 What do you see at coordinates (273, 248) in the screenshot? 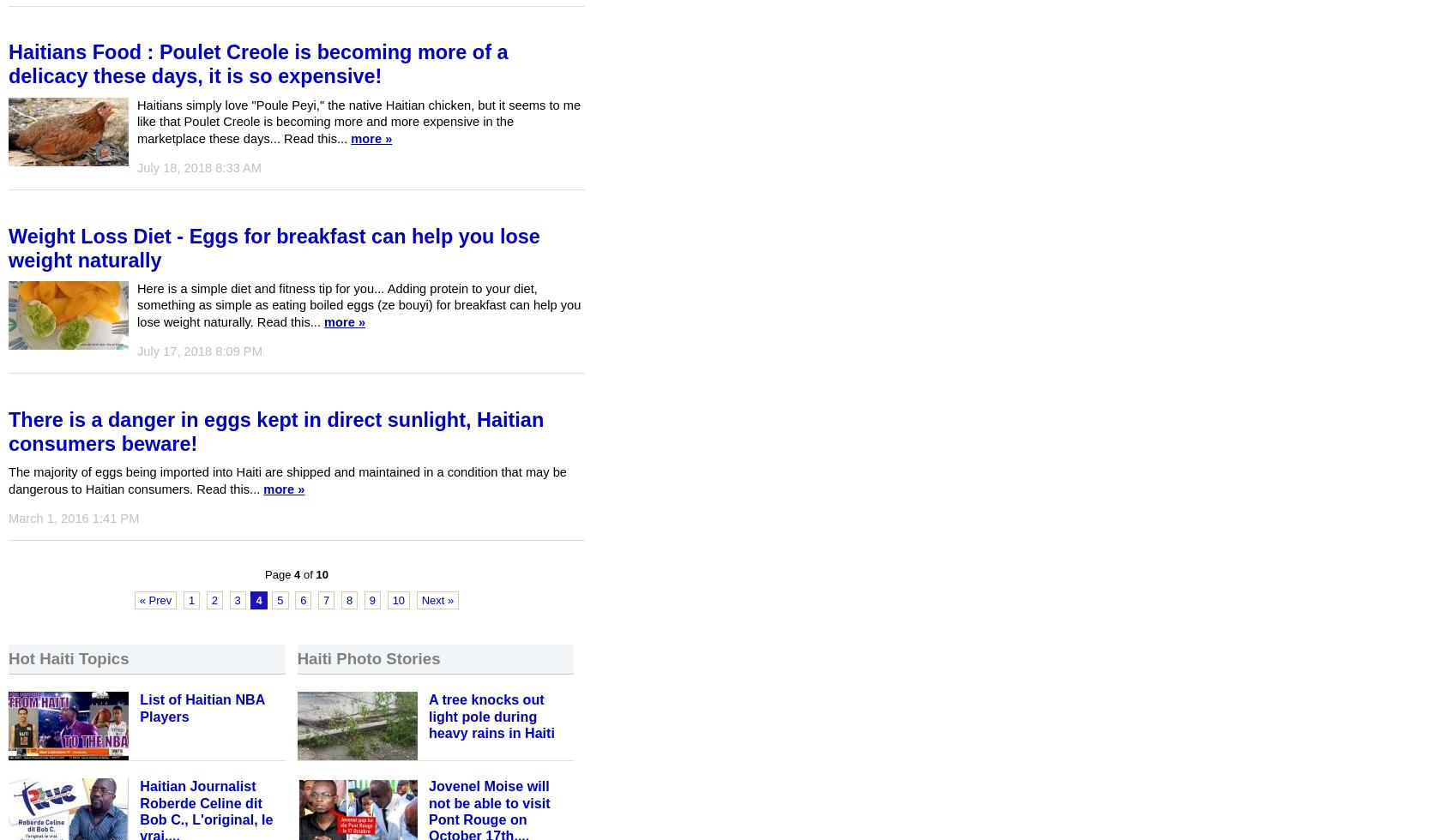
I see `'Weight Loss Diet - Eggs for breakfast can help you lose weight naturally'` at bounding box center [273, 248].